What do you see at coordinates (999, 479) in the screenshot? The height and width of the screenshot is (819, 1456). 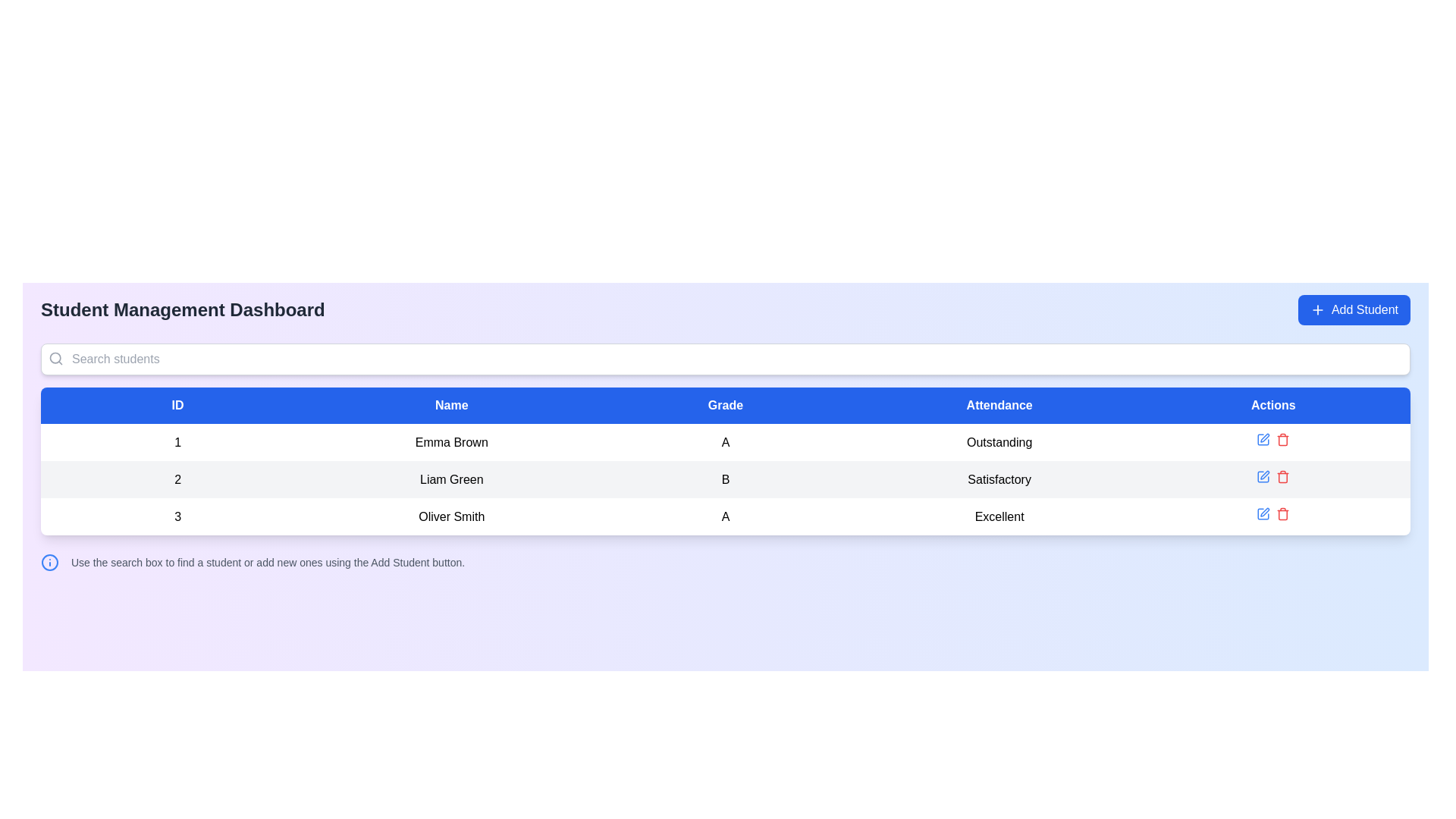 I see `the 'Satisfactory' attendance status label for the student 'Liam Green' in the fourth column of the student management table` at bounding box center [999, 479].